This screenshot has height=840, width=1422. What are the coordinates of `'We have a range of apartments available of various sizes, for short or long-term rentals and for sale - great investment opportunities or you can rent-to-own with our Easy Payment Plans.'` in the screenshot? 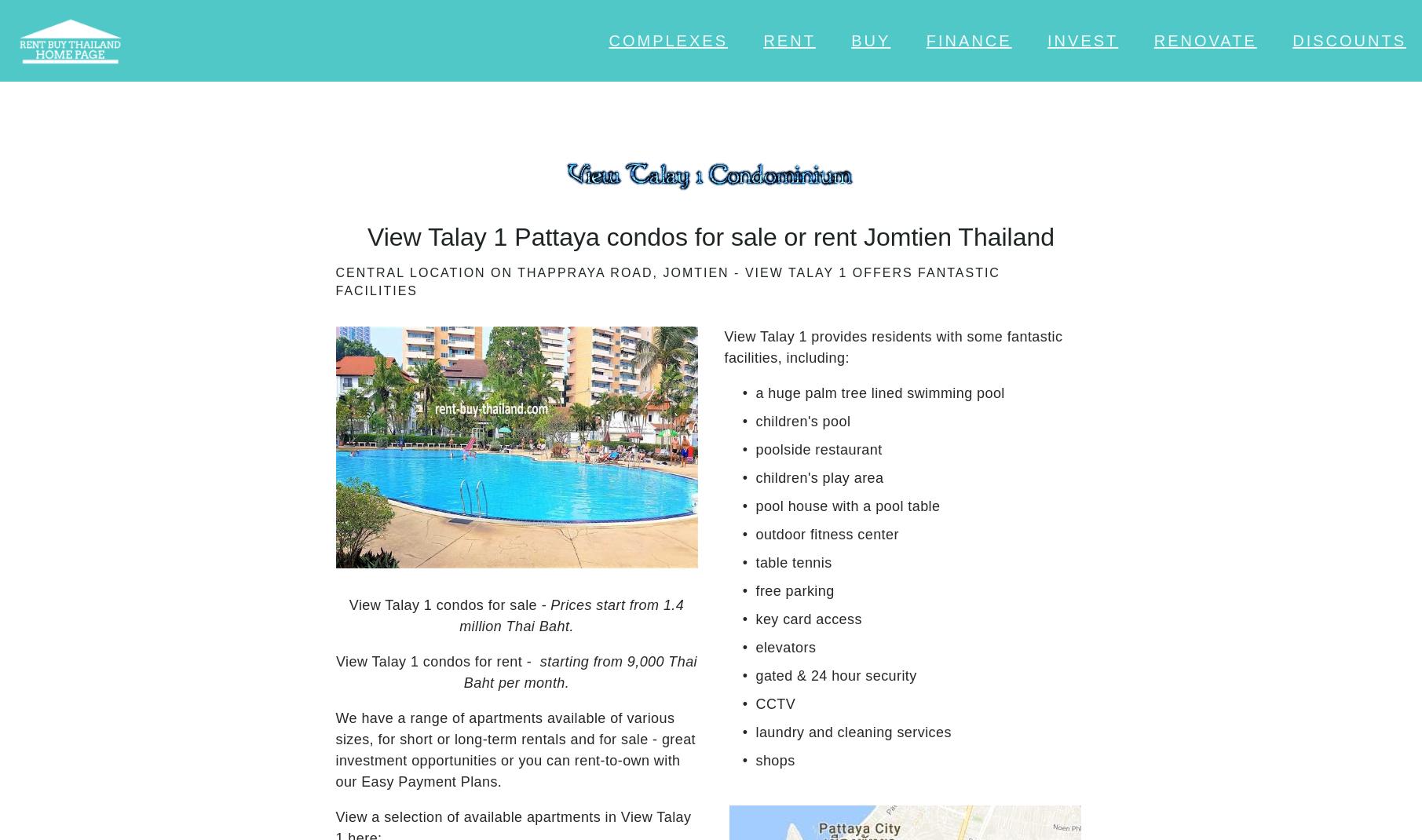 It's located at (517, 748).